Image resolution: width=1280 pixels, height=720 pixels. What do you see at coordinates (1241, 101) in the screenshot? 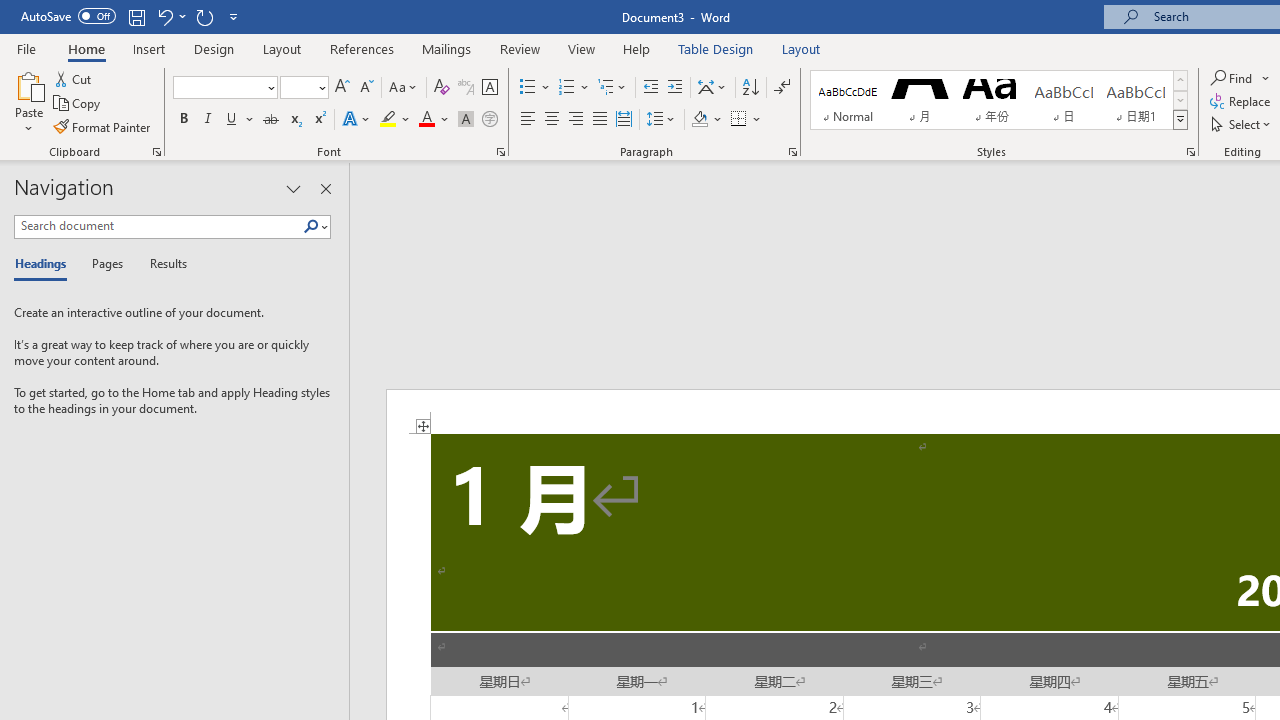
I see `'Replace...'` at bounding box center [1241, 101].